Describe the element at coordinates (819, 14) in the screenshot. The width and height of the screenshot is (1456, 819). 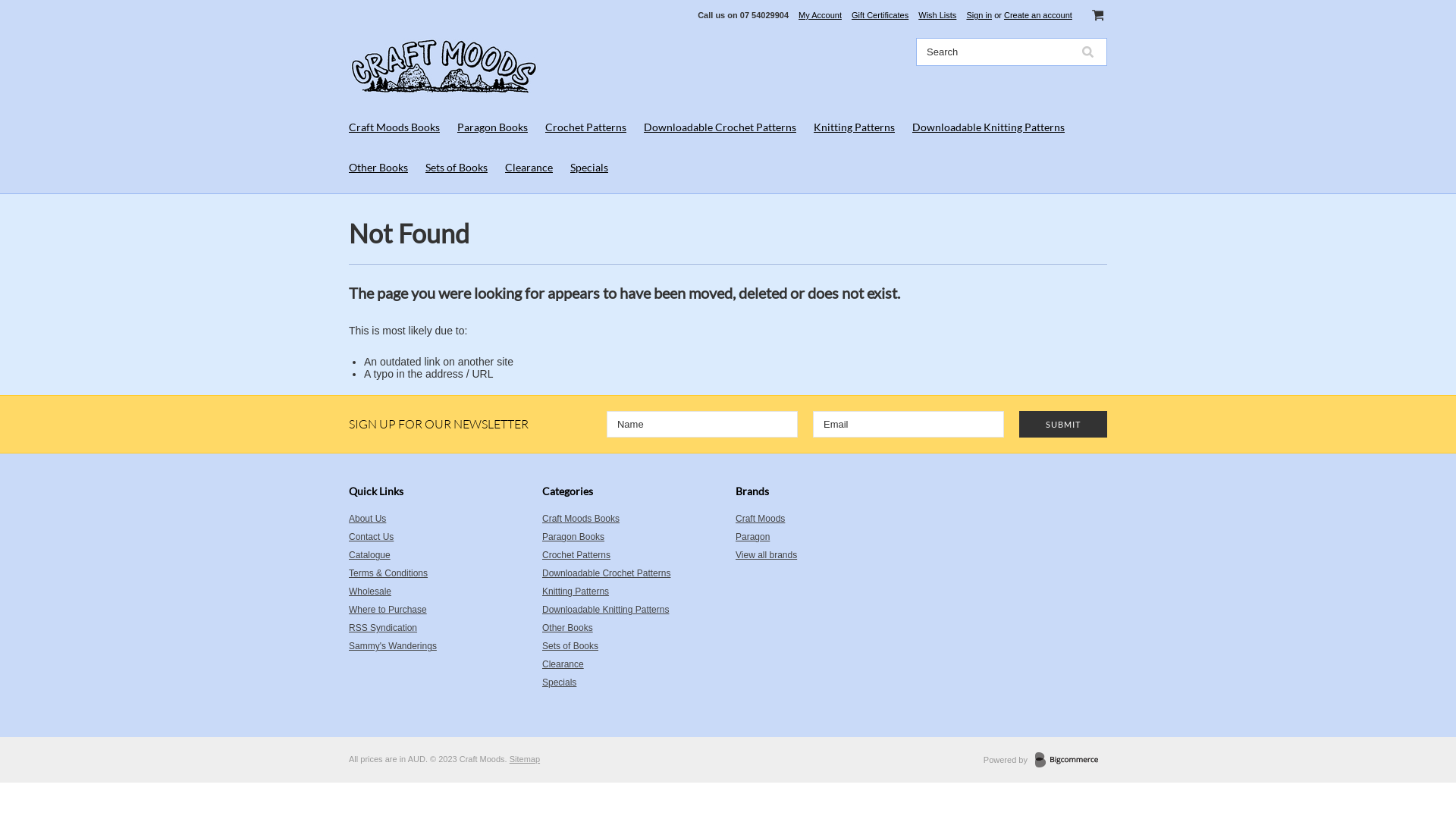
I see `'My Account'` at that location.